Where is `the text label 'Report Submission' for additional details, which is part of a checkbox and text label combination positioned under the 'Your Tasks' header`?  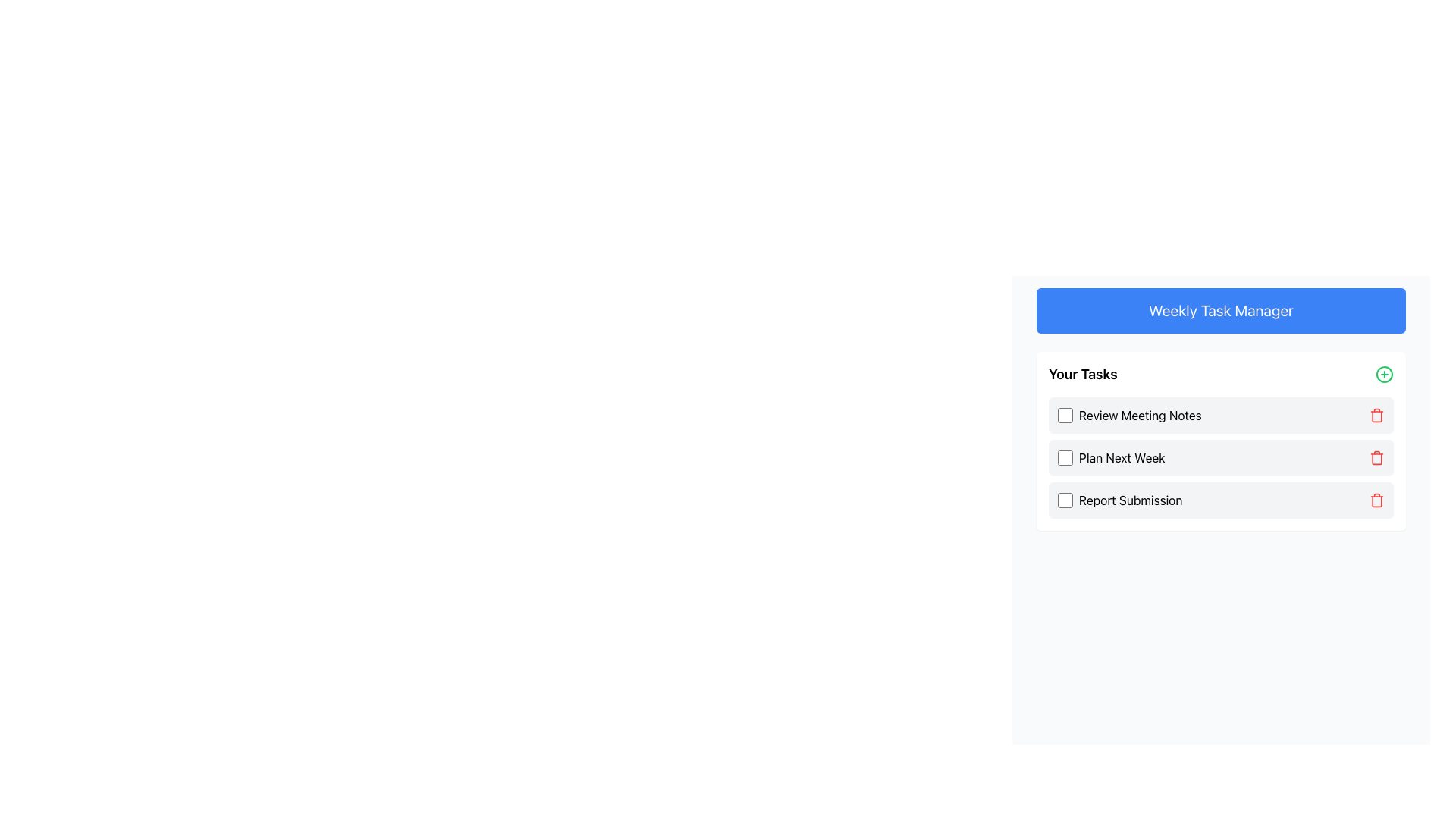 the text label 'Report Submission' for additional details, which is part of a checkbox and text label combination positioned under the 'Your Tasks' header is located at coordinates (1120, 500).